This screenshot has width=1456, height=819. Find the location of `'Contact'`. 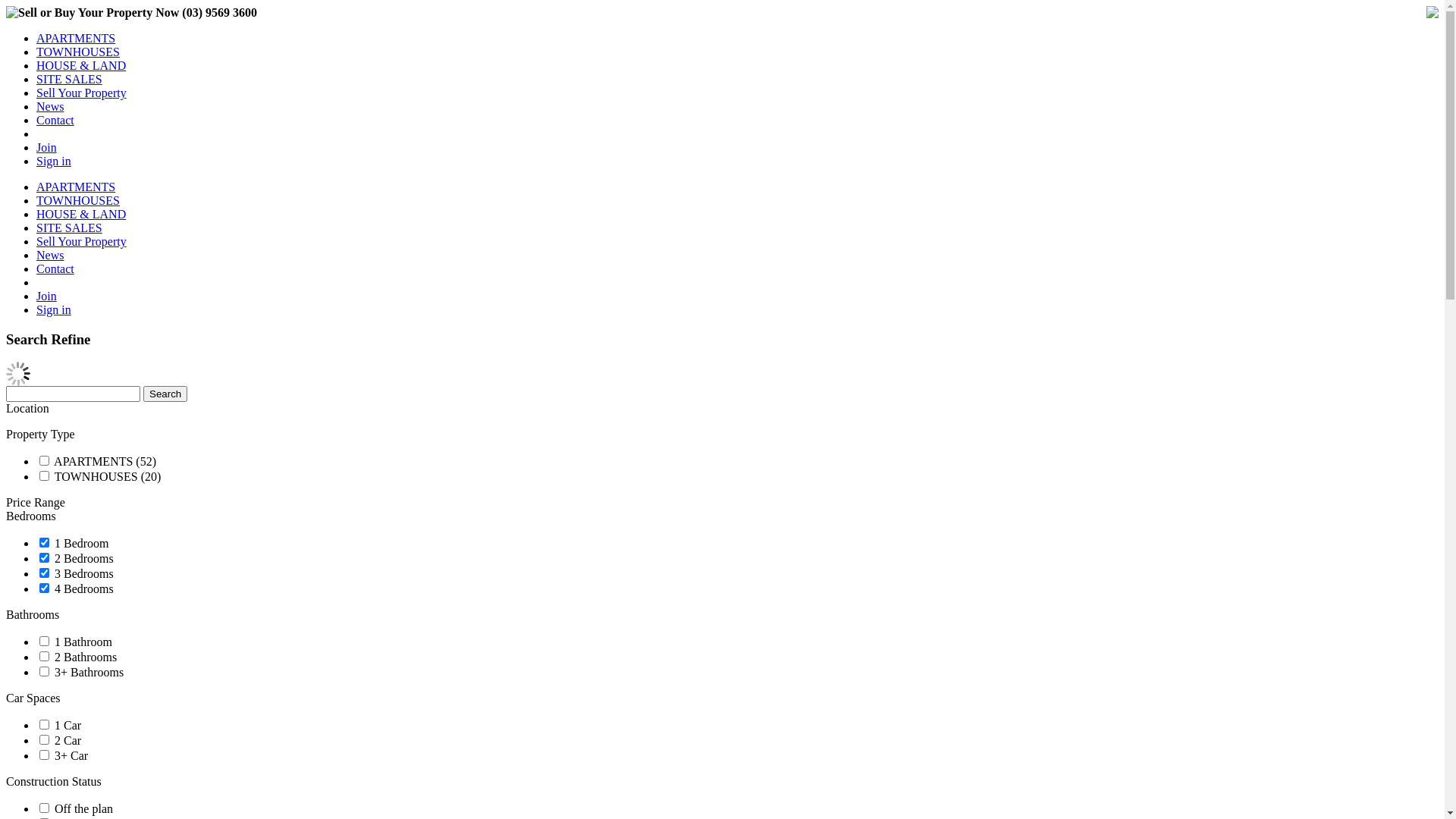

'Contact' is located at coordinates (55, 268).